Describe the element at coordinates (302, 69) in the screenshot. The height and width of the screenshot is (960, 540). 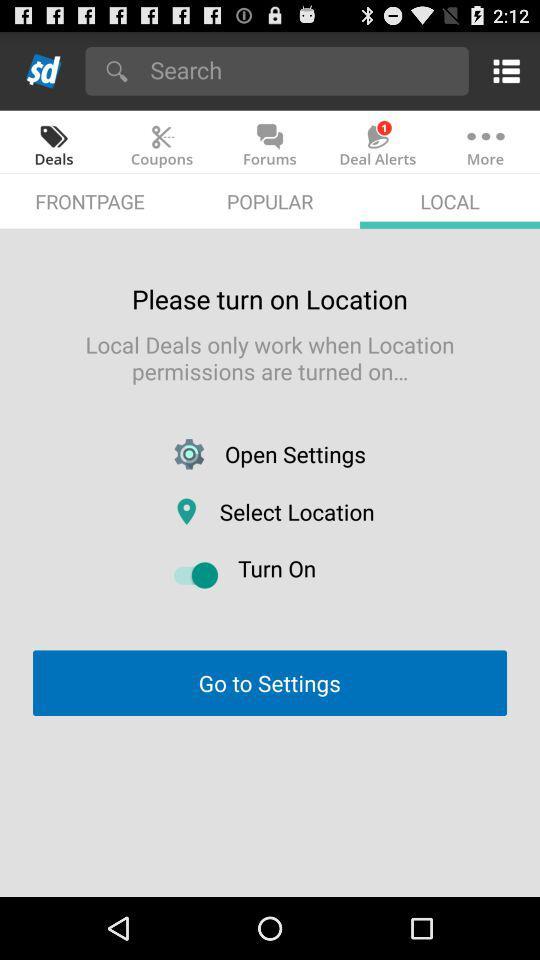
I see `search criteria` at that location.